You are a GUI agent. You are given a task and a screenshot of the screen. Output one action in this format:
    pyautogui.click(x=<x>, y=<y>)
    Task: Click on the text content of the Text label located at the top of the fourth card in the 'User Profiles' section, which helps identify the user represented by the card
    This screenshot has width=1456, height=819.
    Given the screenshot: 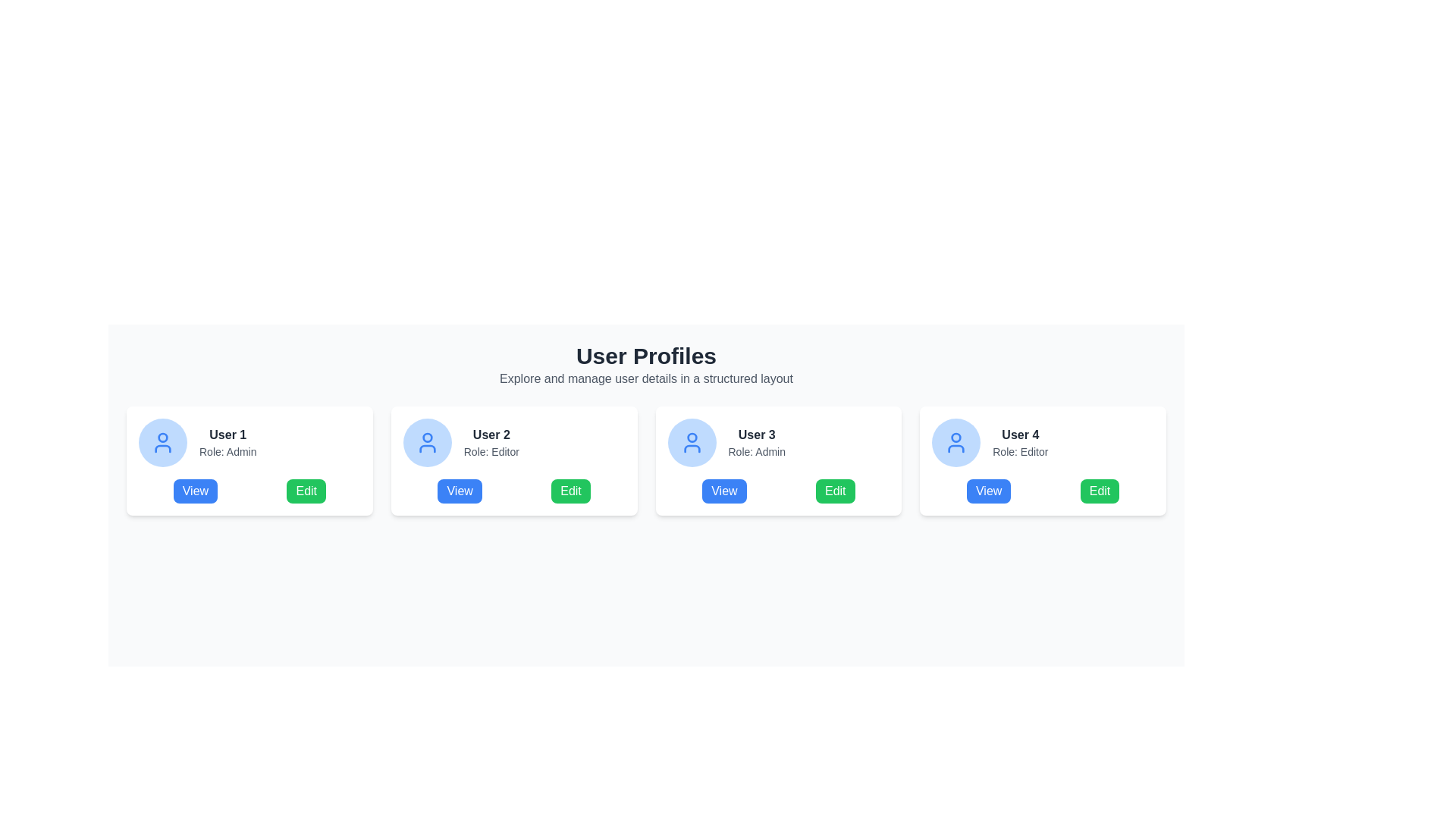 What is the action you would take?
    pyautogui.click(x=1020, y=435)
    